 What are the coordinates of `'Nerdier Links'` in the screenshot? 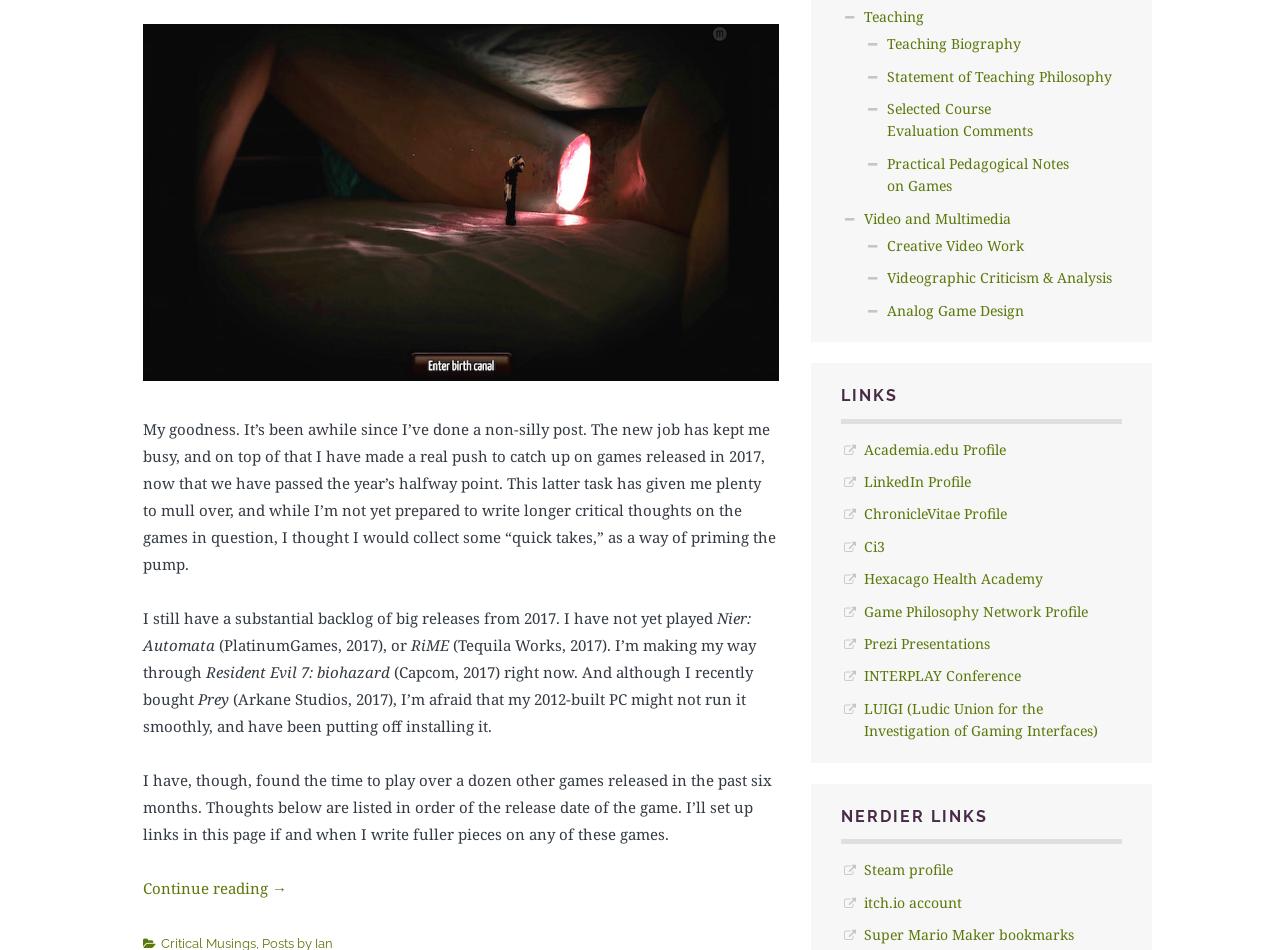 It's located at (839, 814).